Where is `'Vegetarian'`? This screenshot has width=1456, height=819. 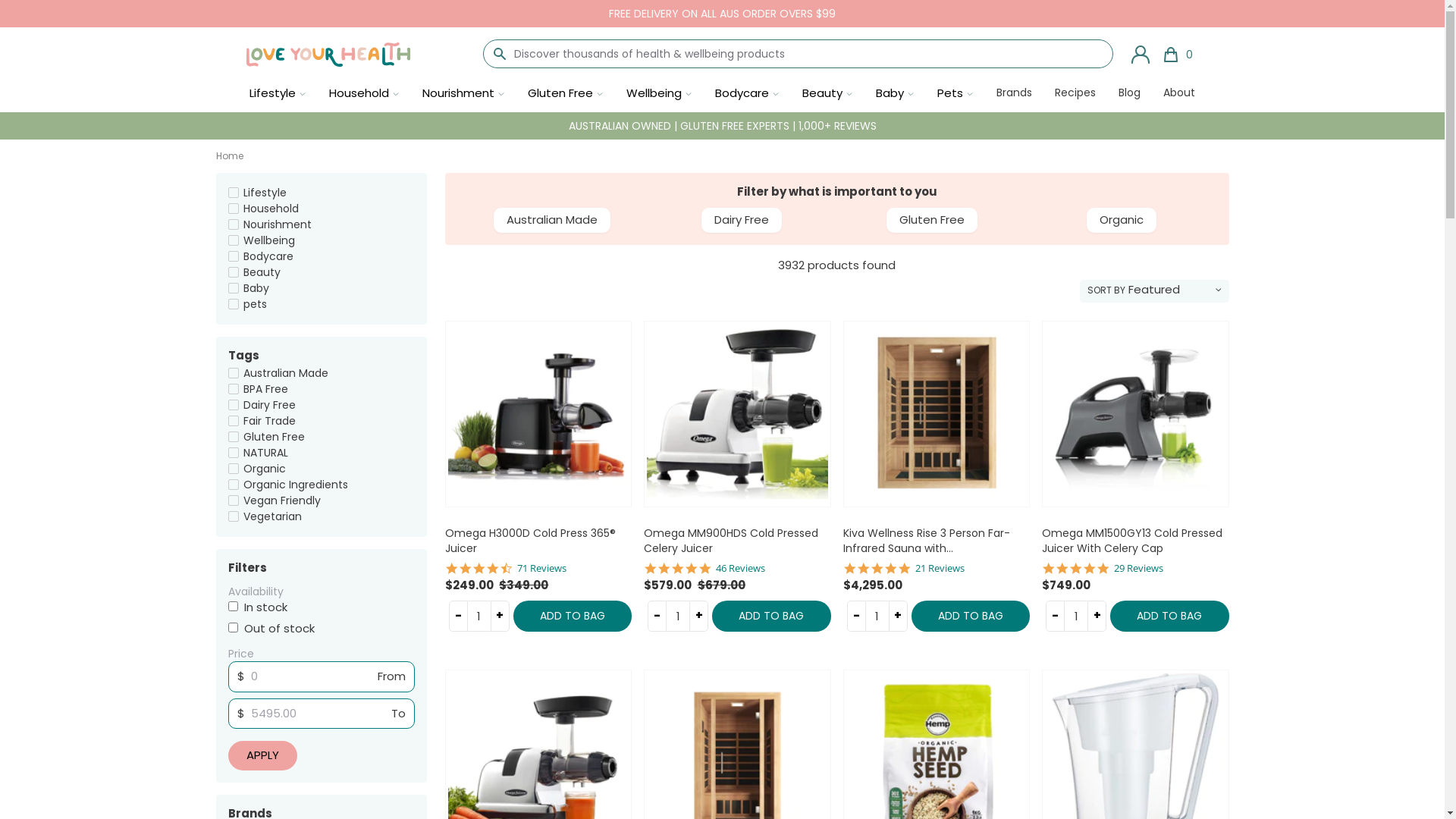
'Vegetarian' is located at coordinates (272, 516).